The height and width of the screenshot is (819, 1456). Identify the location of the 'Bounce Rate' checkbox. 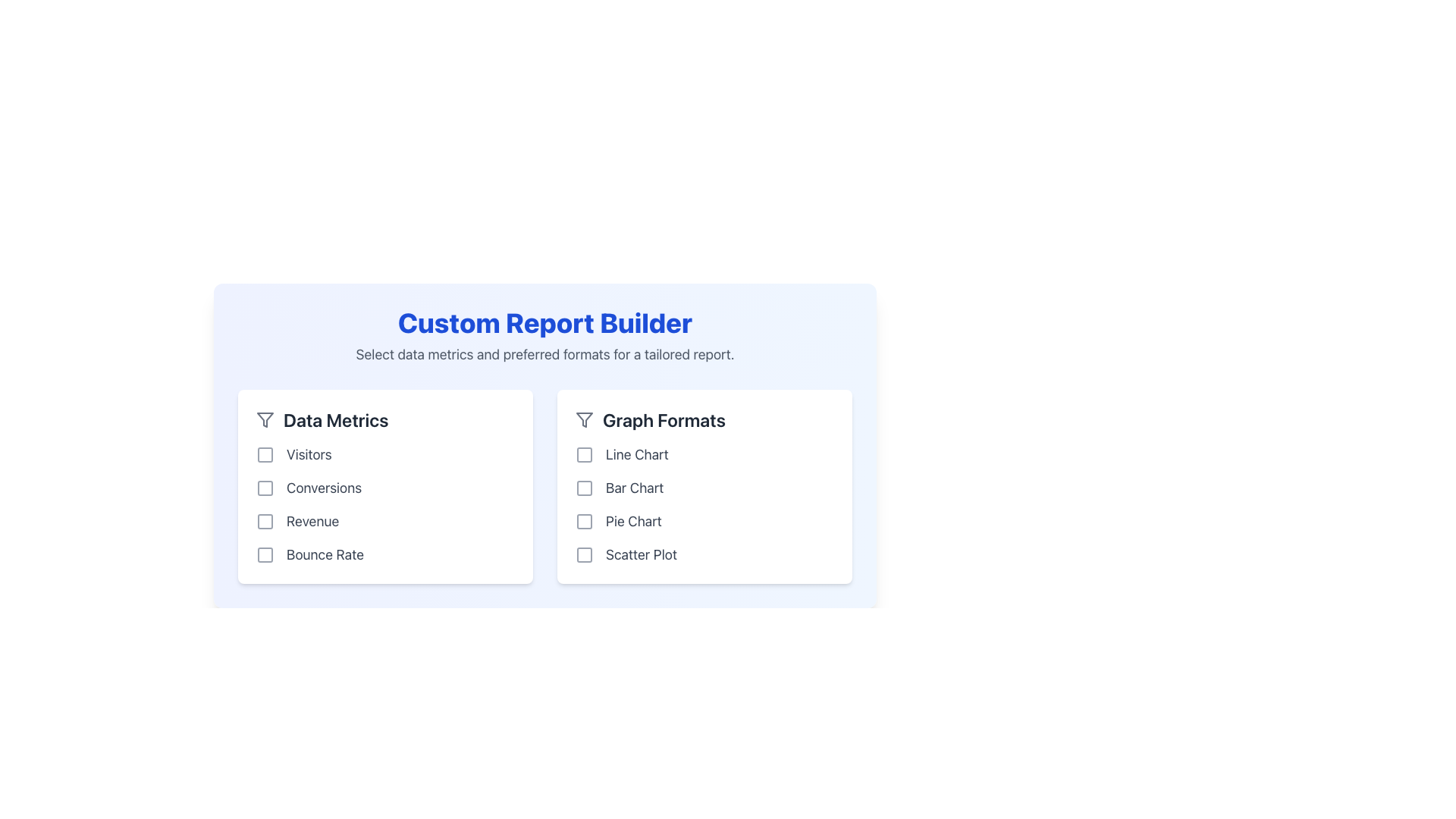
(385, 555).